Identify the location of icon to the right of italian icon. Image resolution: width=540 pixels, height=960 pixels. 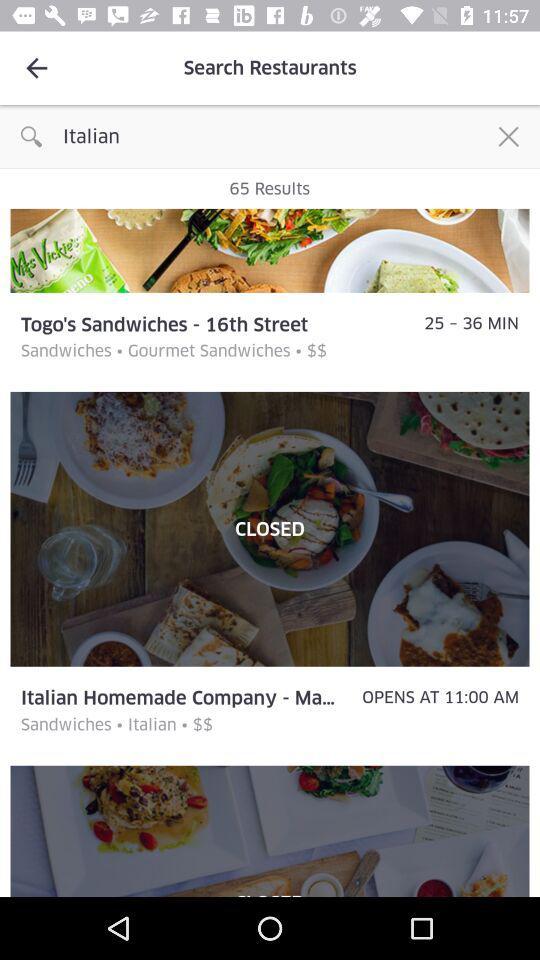
(508, 135).